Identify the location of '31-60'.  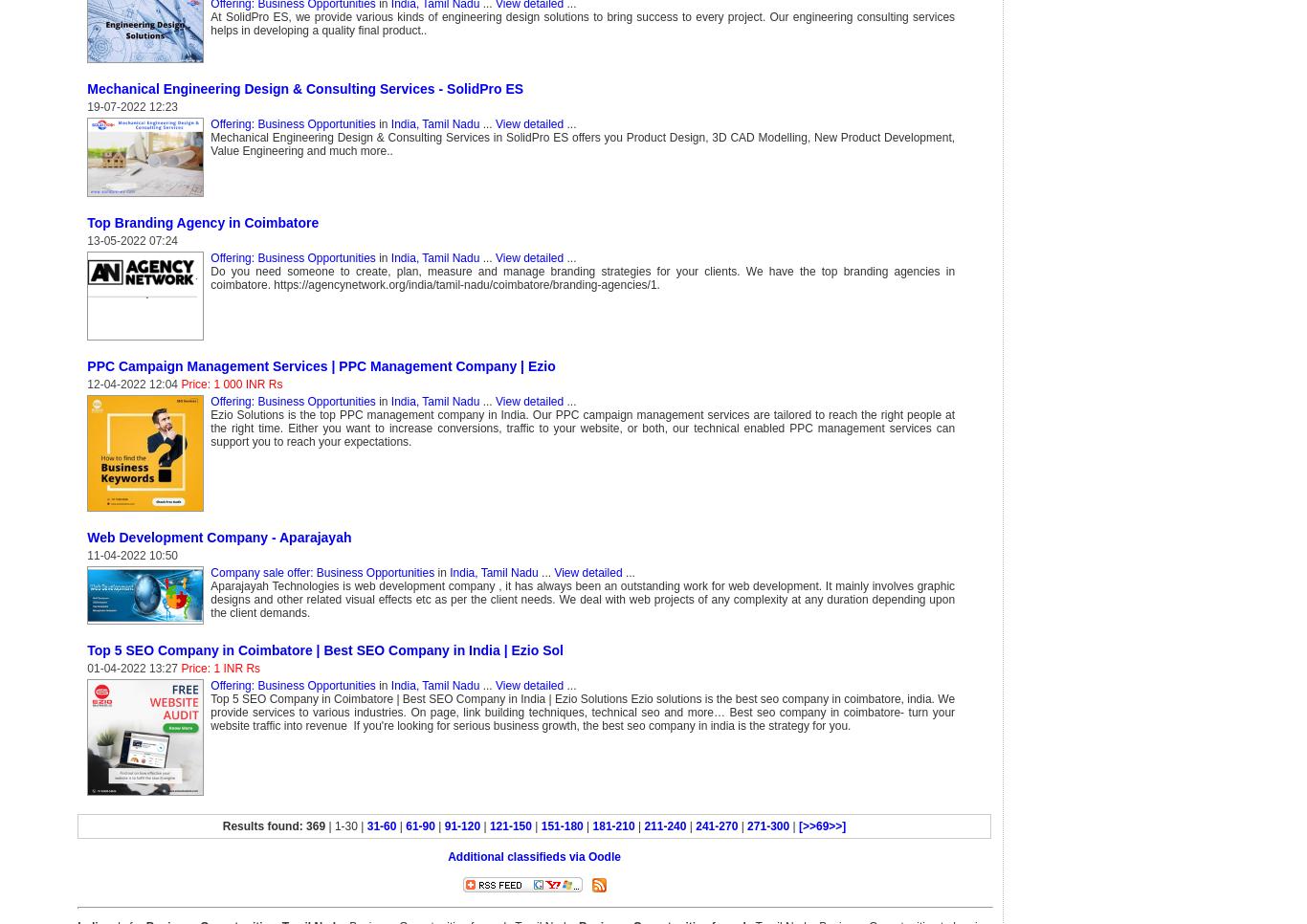
(380, 825).